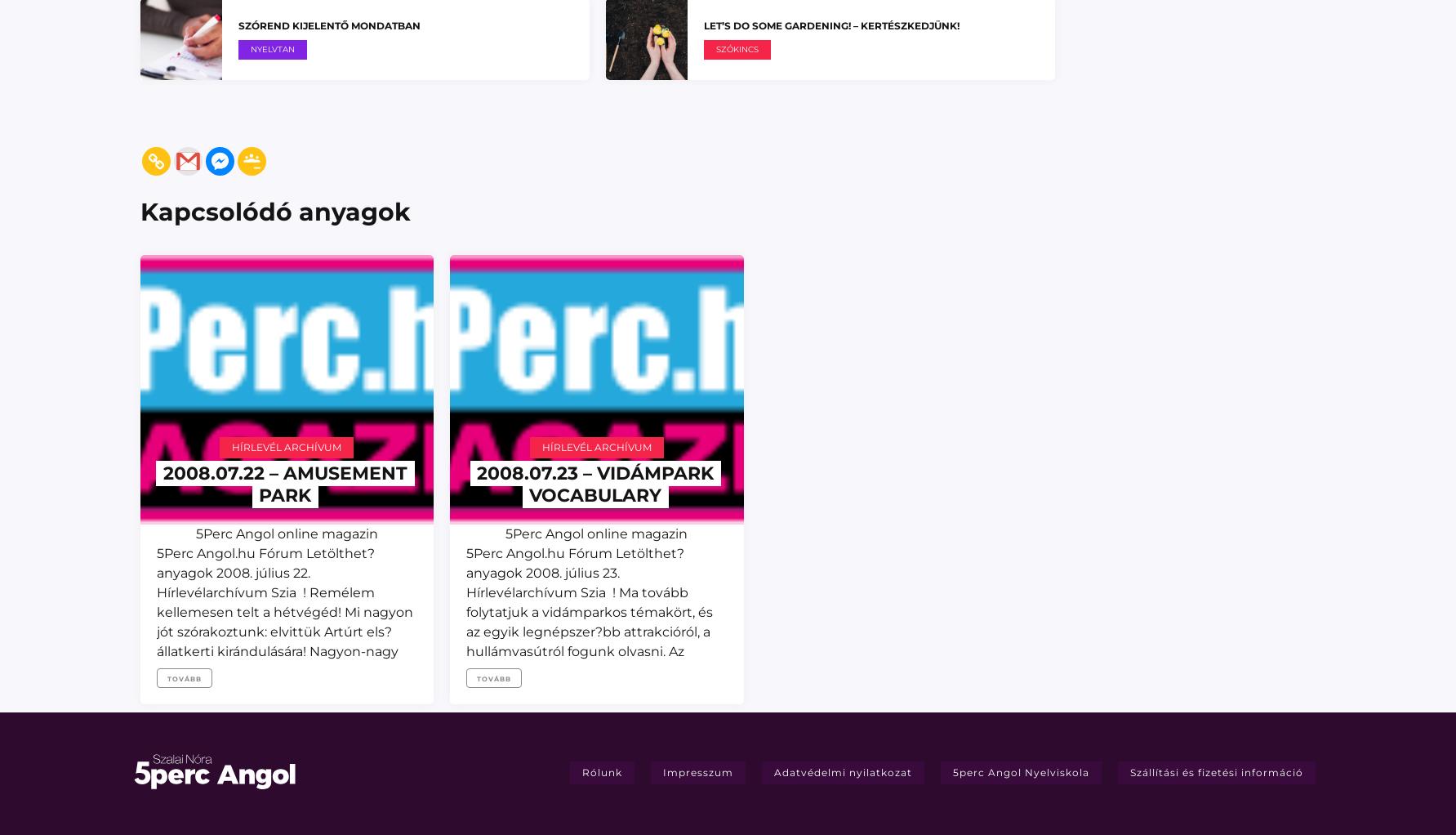 The width and height of the screenshot is (1456, 835). I want to click on '5perc Angol Nyelviskola', so click(1020, 771).